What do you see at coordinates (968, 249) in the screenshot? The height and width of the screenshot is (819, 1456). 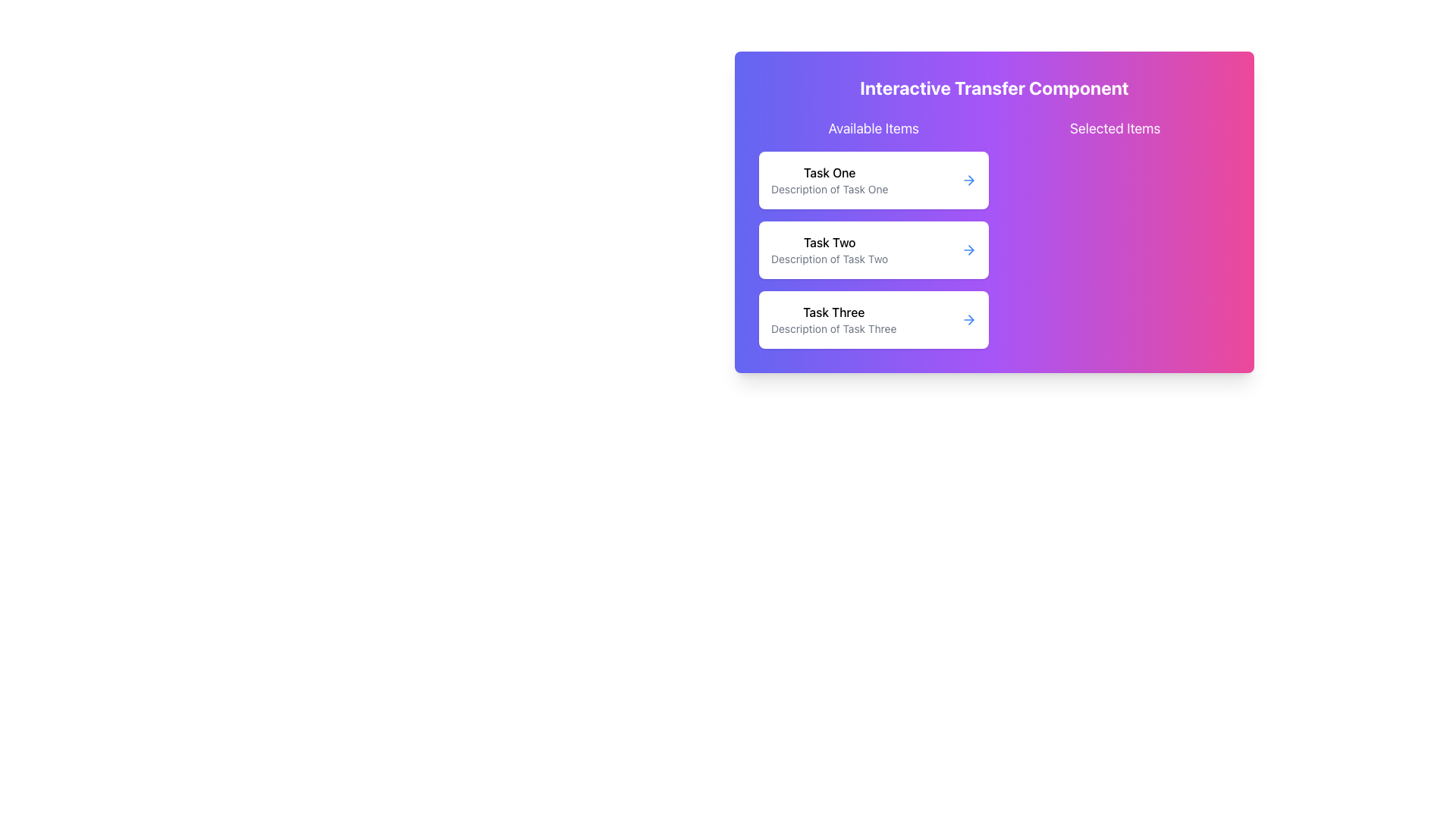 I see `the interactive control icon at the far-right end of the card for 'Task Two' to initiate an action` at bounding box center [968, 249].